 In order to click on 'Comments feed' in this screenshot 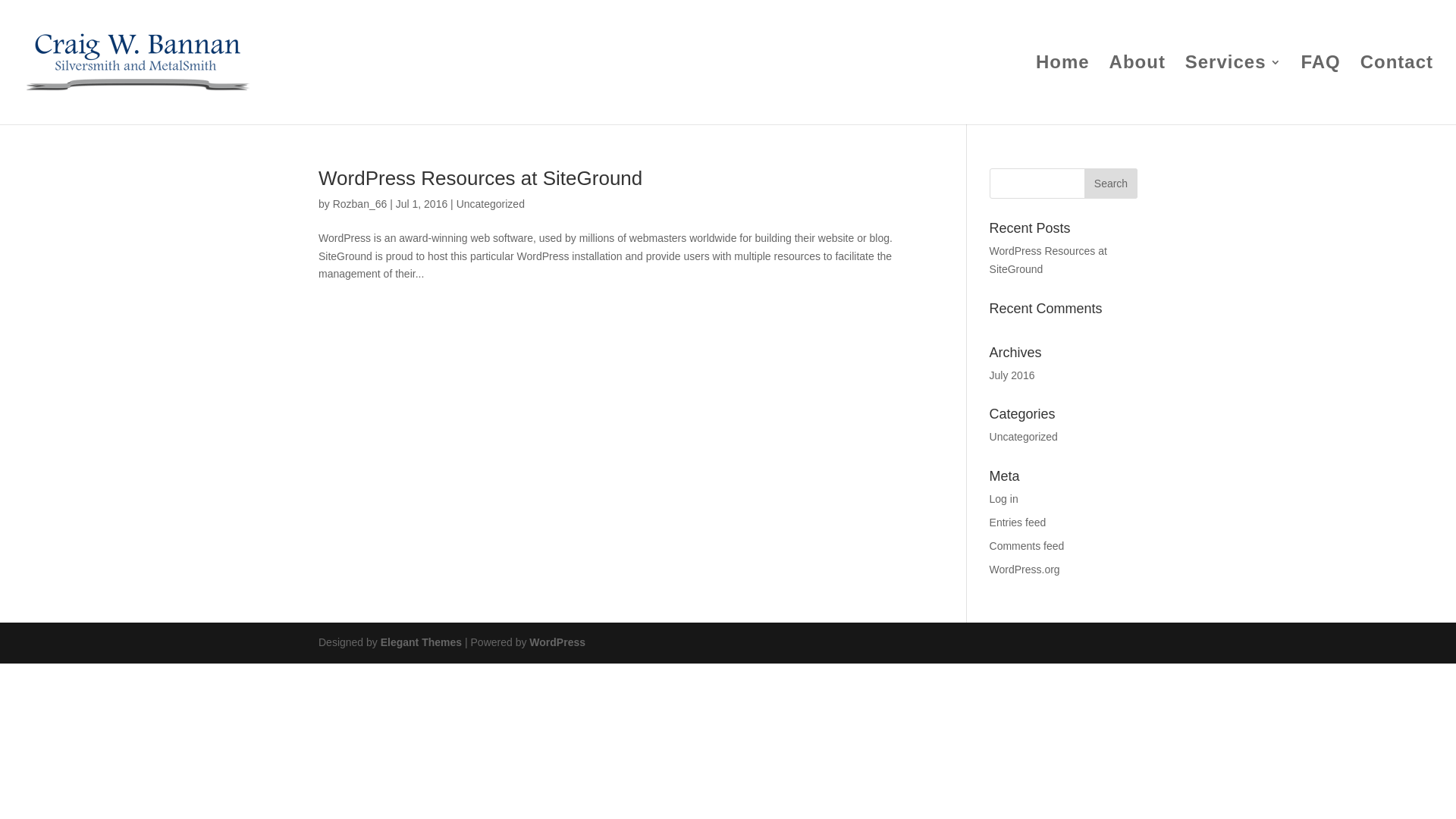, I will do `click(1027, 546)`.